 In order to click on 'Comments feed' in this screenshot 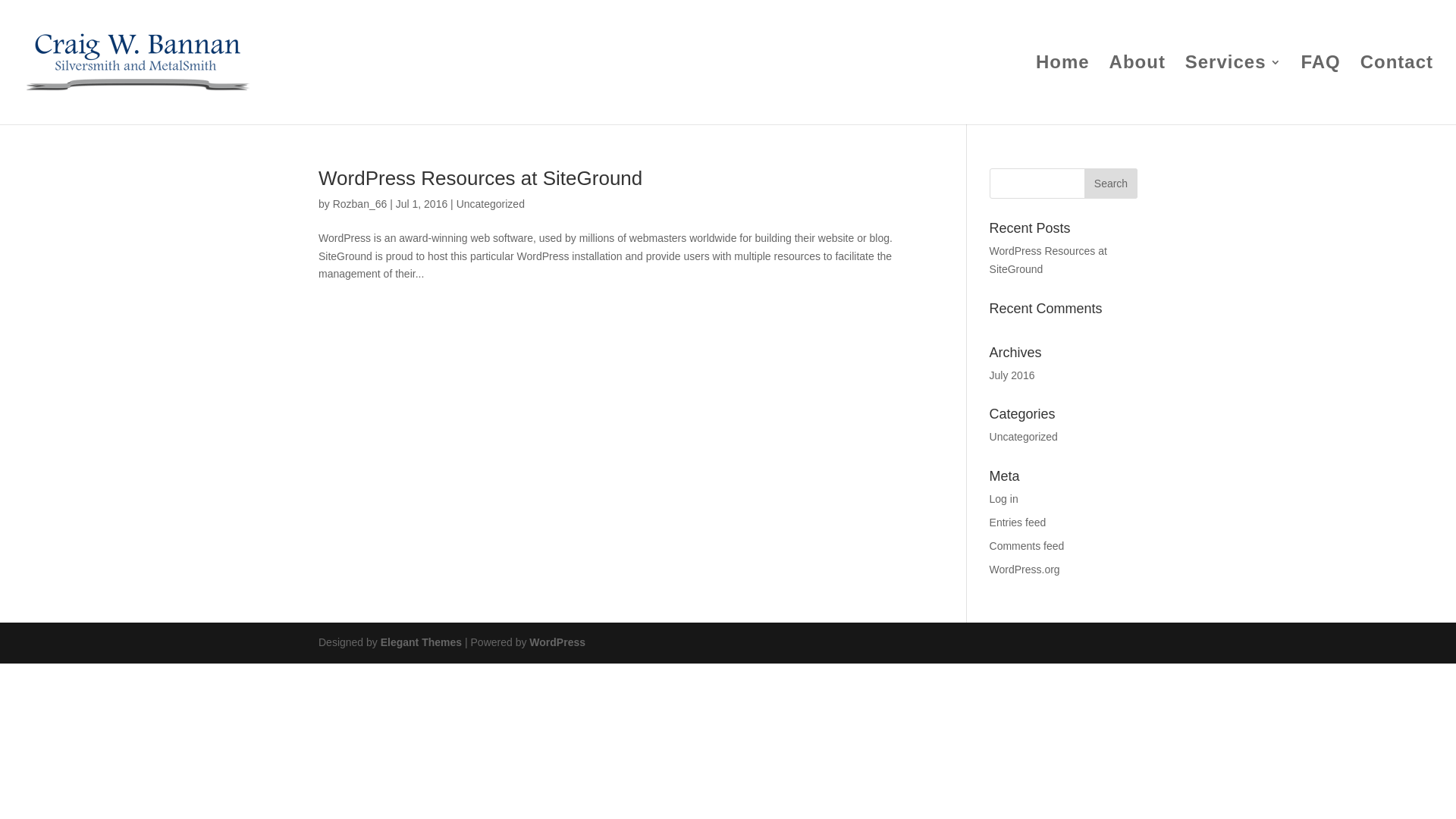, I will do `click(1027, 546)`.